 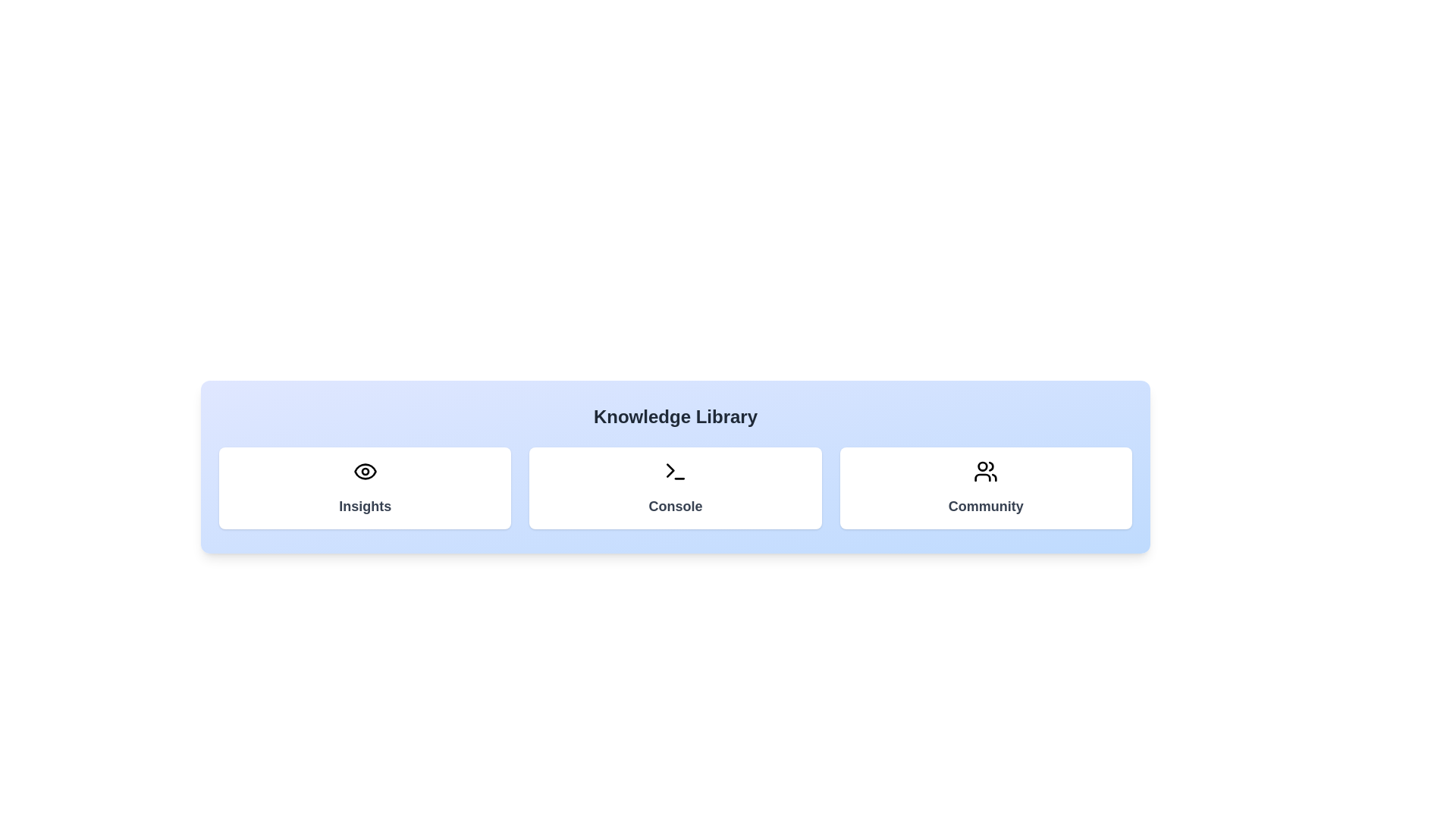 What do you see at coordinates (365, 470) in the screenshot?
I see `the eye-shaped icon within the 'Insights' card, which is positioned under the 'Knowledge Library' heading` at bounding box center [365, 470].